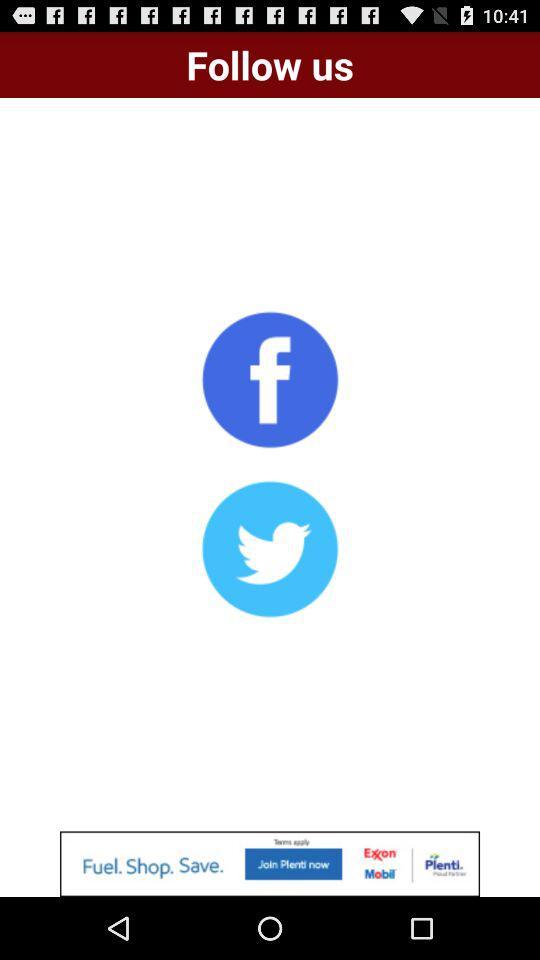 The image size is (540, 960). What do you see at coordinates (270, 549) in the screenshot?
I see `twitter` at bounding box center [270, 549].